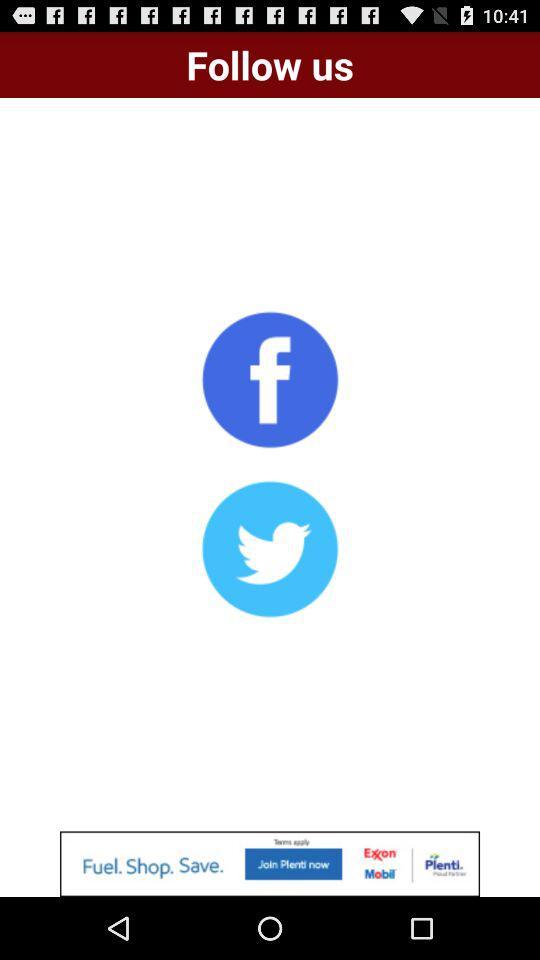 The image size is (540, 960). What do you see at coordinates (270, 549) in the screenshot?
I see `twitter` at bounding box center [270, 549].